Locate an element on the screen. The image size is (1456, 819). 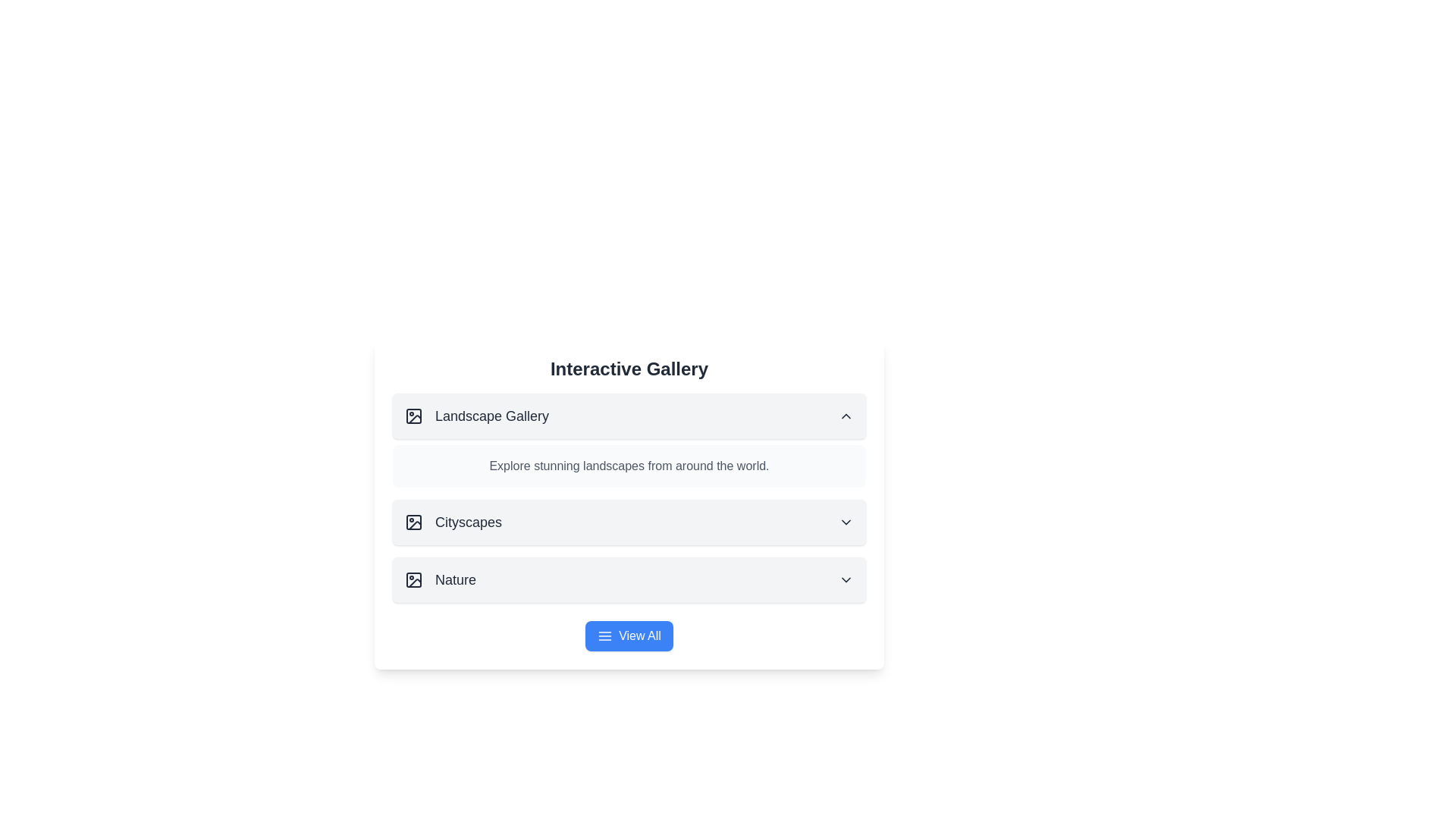
the 'Landscape Gallery' button, which is the first item in a vertically stacked list with a light gray background is located at coordinates (629, 416).